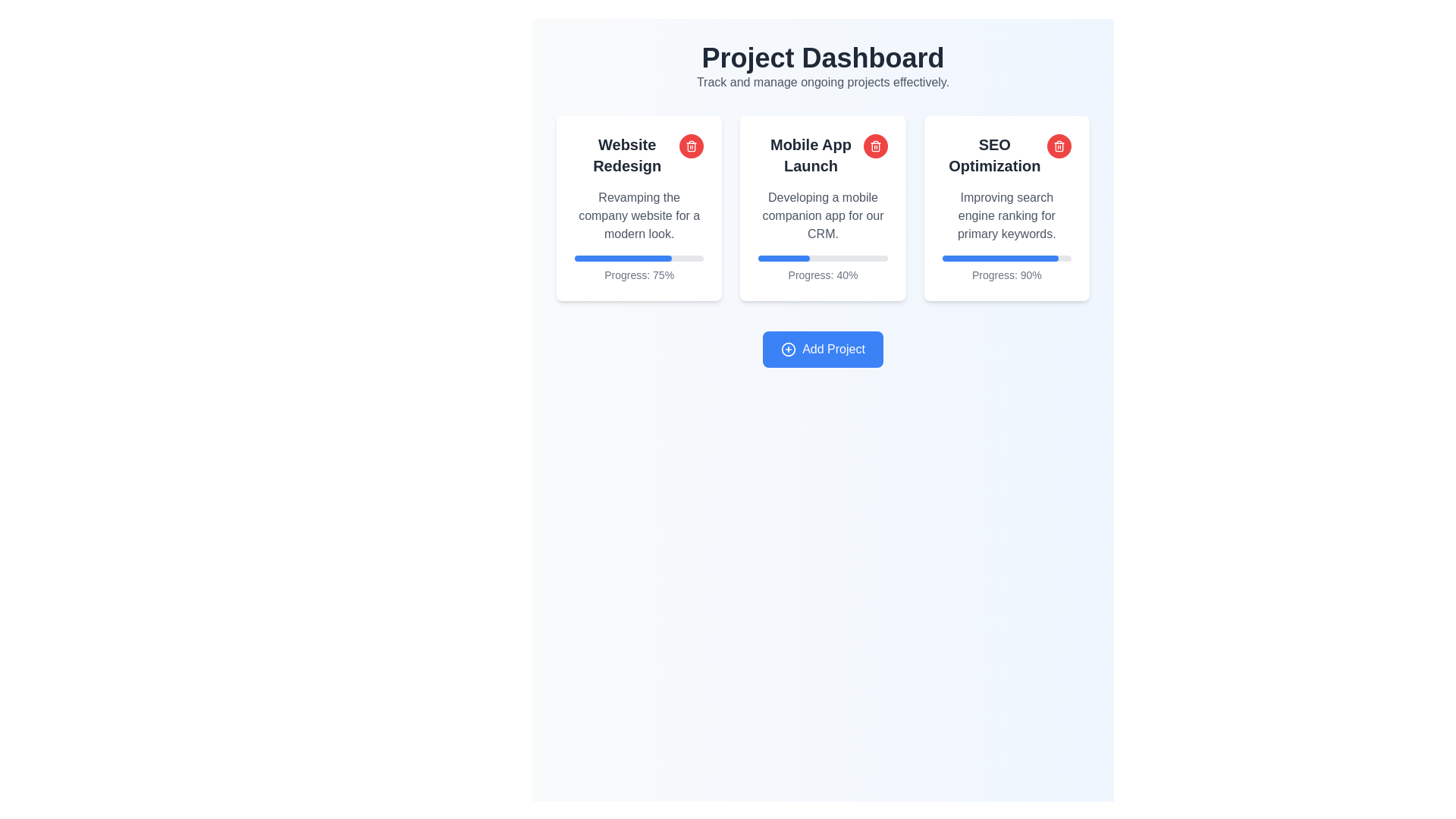 The width and height of the screenshot is (1456, 819). What do you see at coordinates (1058, 146) in the screenshot?
I see `the trash bin icon with a red circular background located in the top-right corner of the 'SEO Optimization' card to initiate the delete action` at bounding box center [1058, 146].